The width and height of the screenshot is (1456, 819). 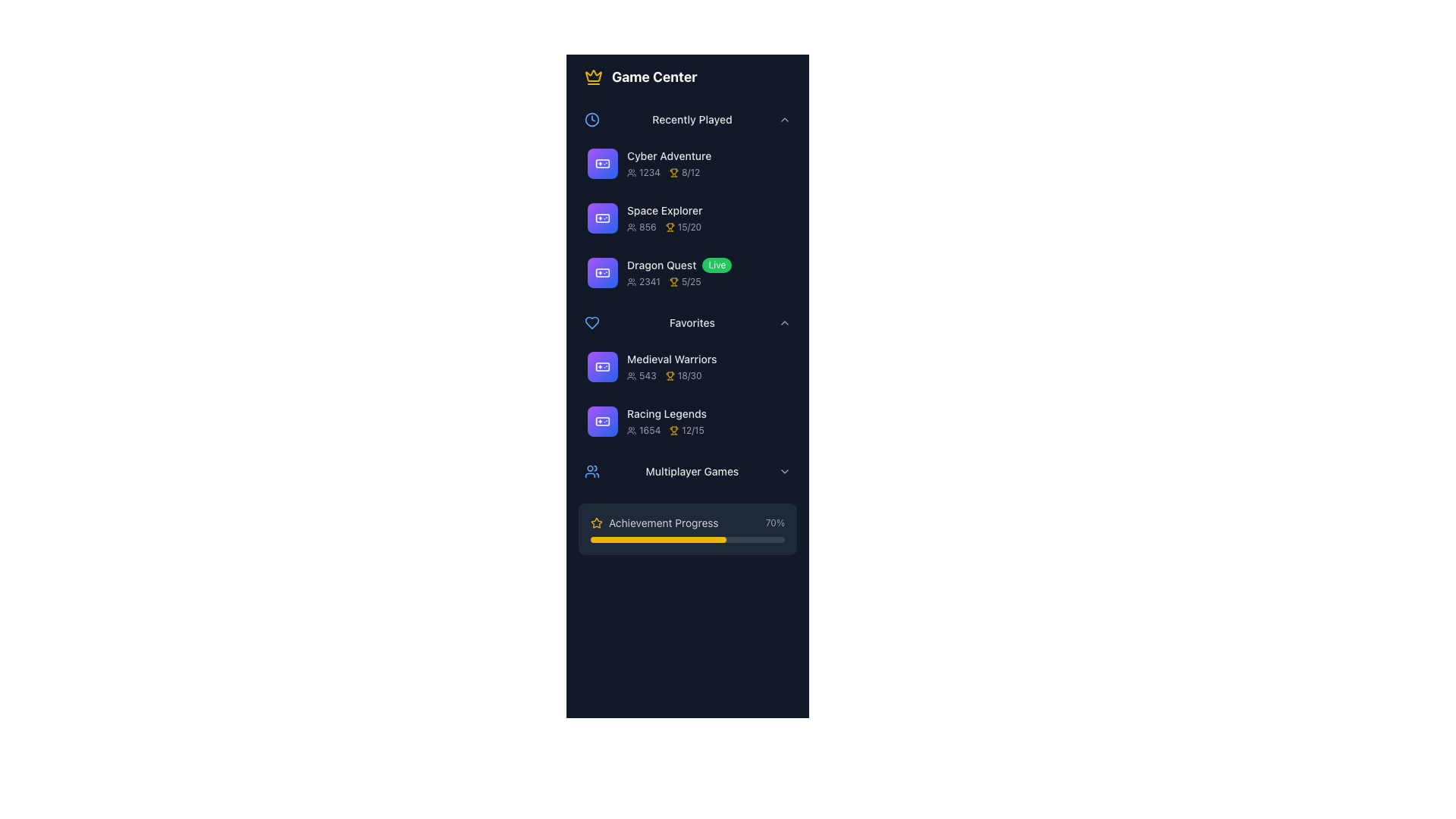 I want to click on the Text Label displaying '15/20' in the second item of the 'Recently Played' list, which is adjacent to a user icon, so click(x=642, y=227).